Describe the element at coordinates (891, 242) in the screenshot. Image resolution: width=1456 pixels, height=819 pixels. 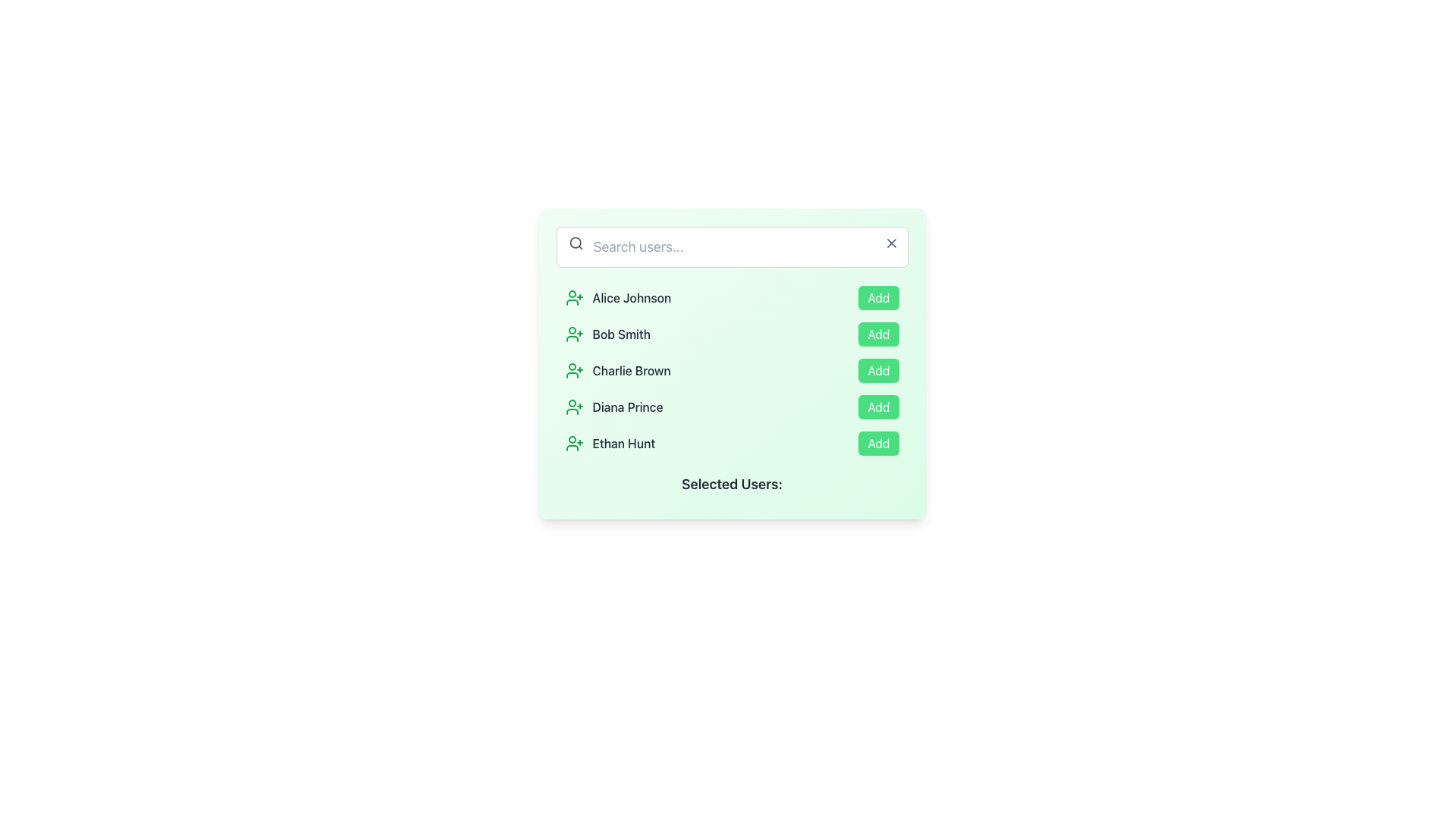
I see `the gray 'X' icon located at the top-right corner of the search input field` at that location.